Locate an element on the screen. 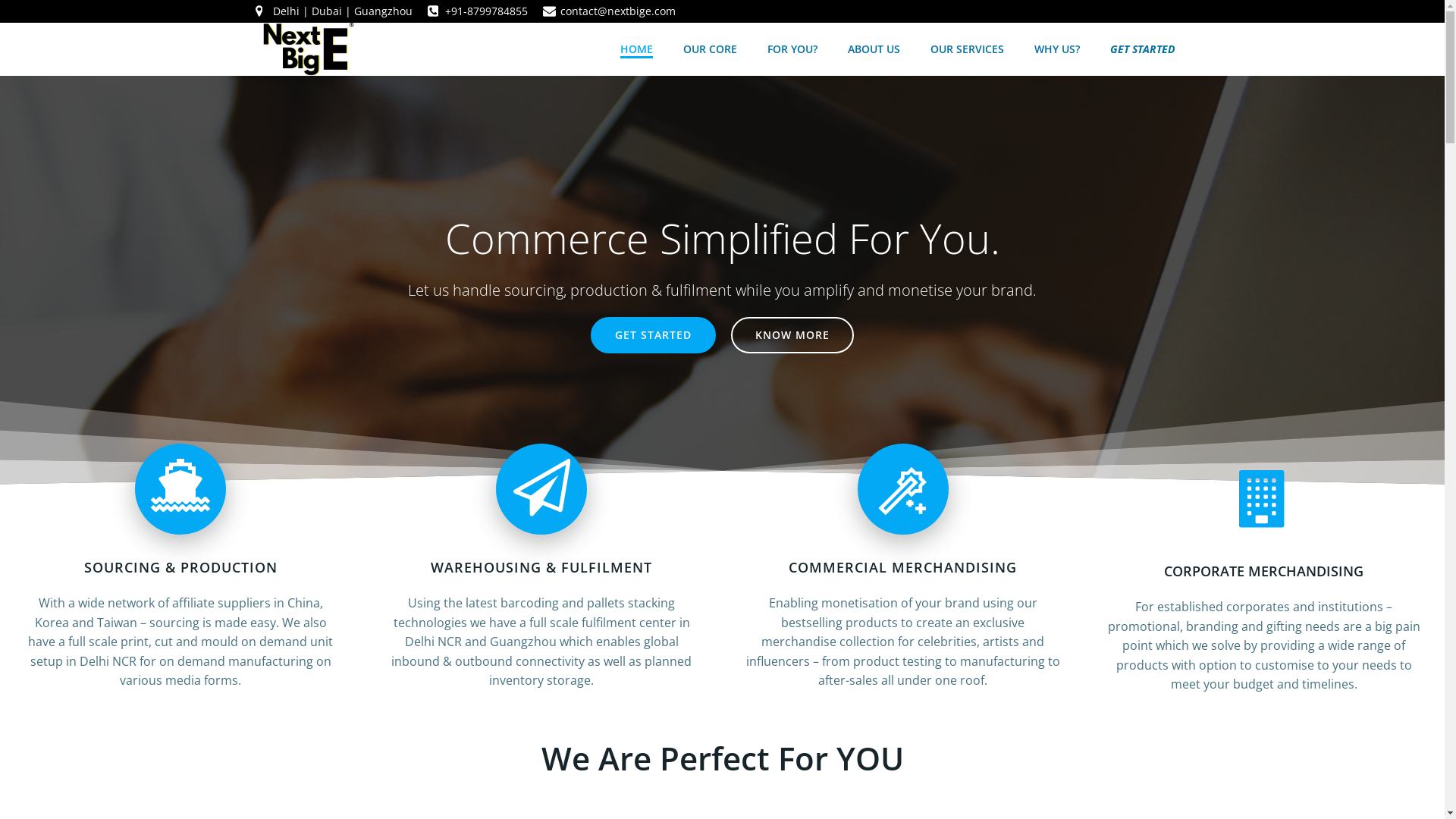 The image size is (1456, 819). 'OUR SERVICES' is located at coordinates (965, 48).